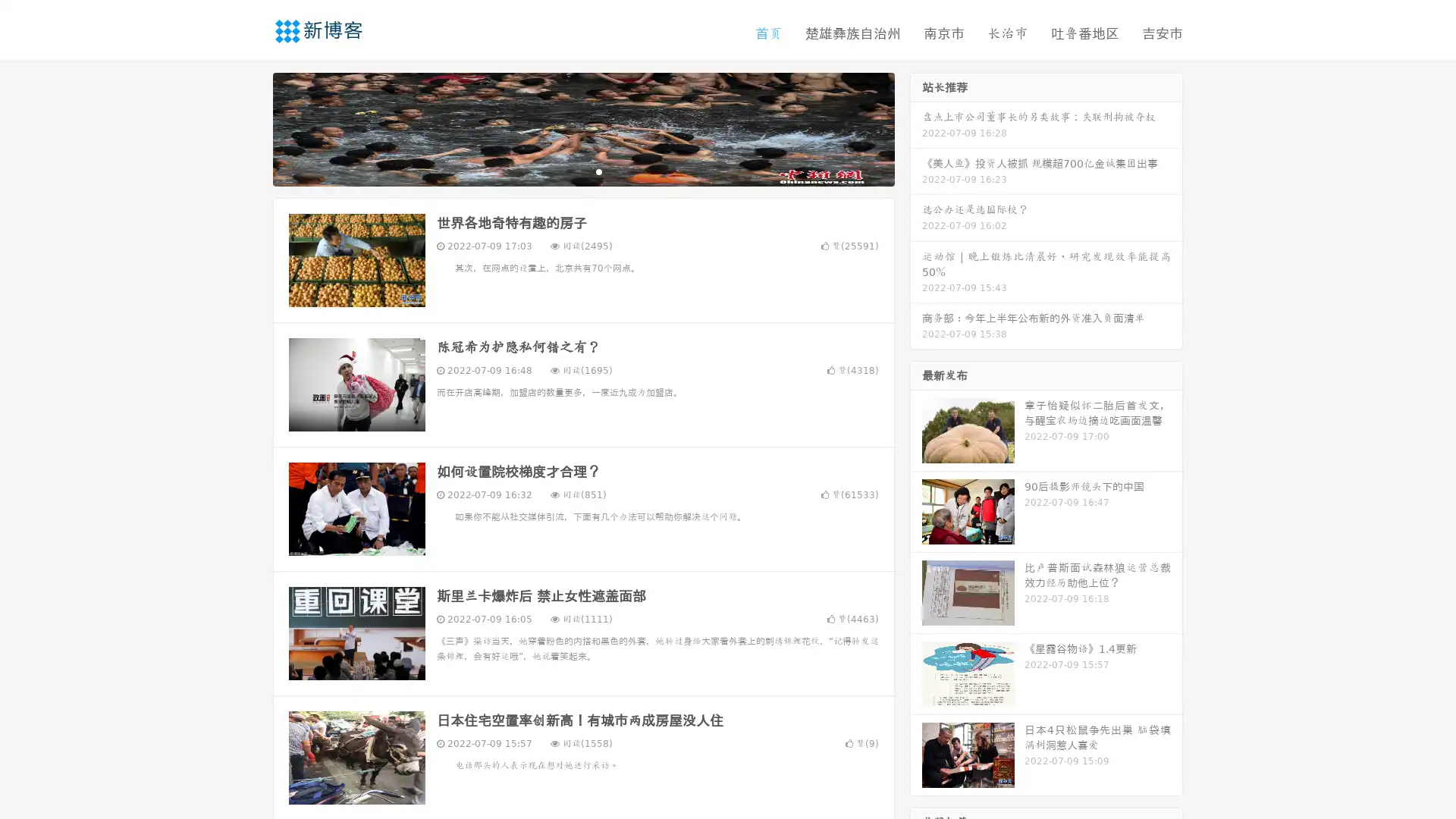 This screenshot has width=1456, height=819. What do you see at coordinates (250, 127) in the screenshot?
I see `Previous slide` at bounding box center [250, 127].